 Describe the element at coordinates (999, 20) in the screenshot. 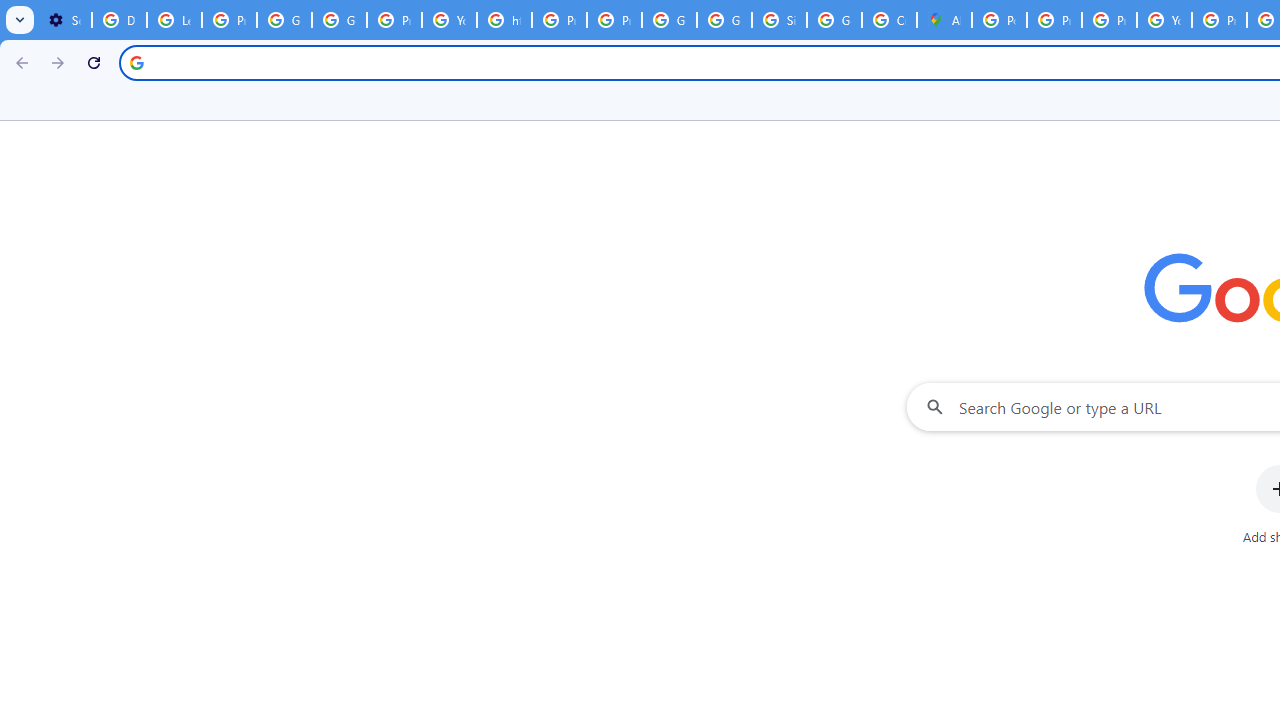

I see `'Policy Accountability and Transparency - Transparency Center'` at that location.